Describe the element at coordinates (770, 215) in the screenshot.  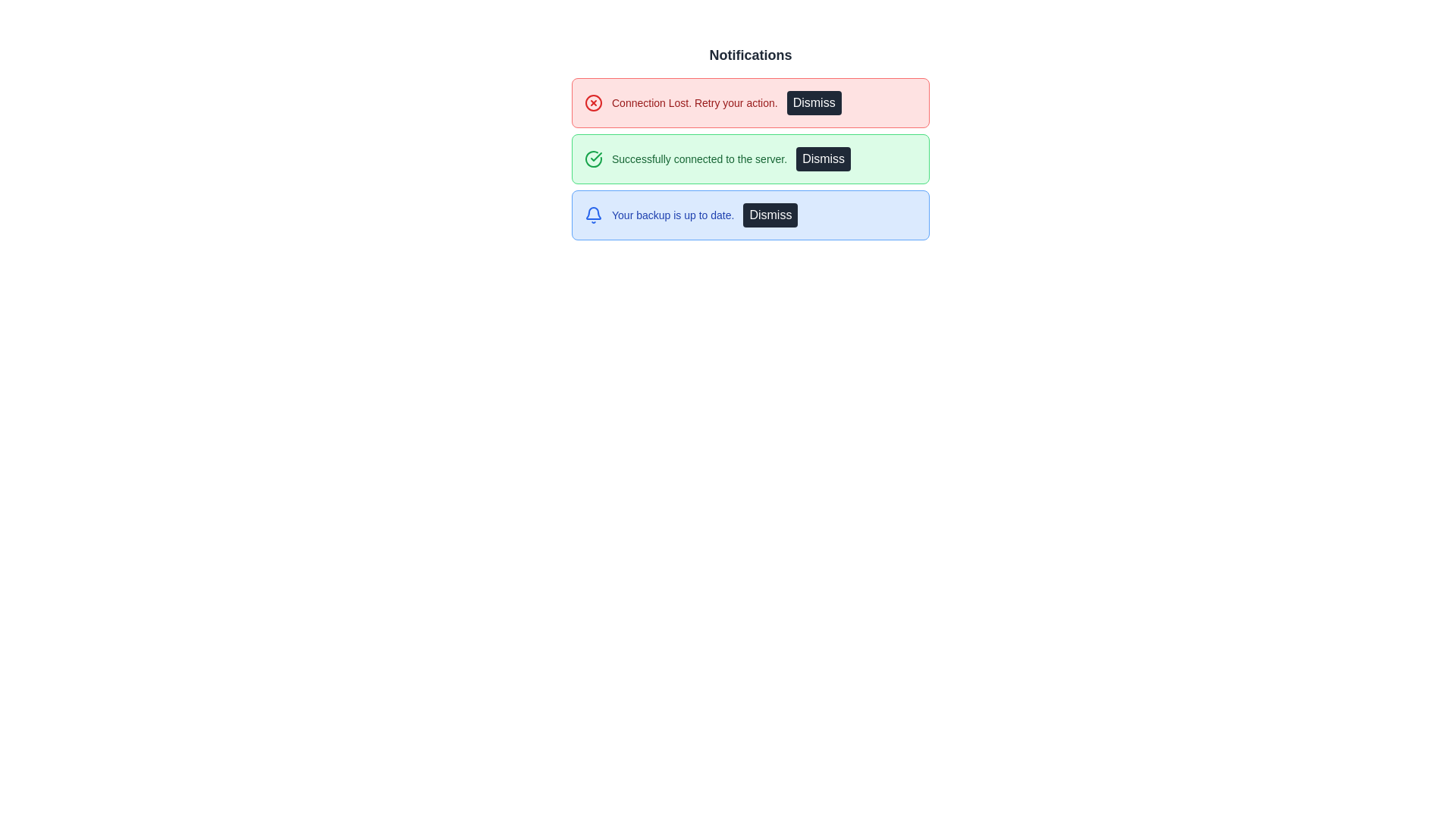
I see `the 'Dismiss' button located as the rightmost element in the notification component` at that location.